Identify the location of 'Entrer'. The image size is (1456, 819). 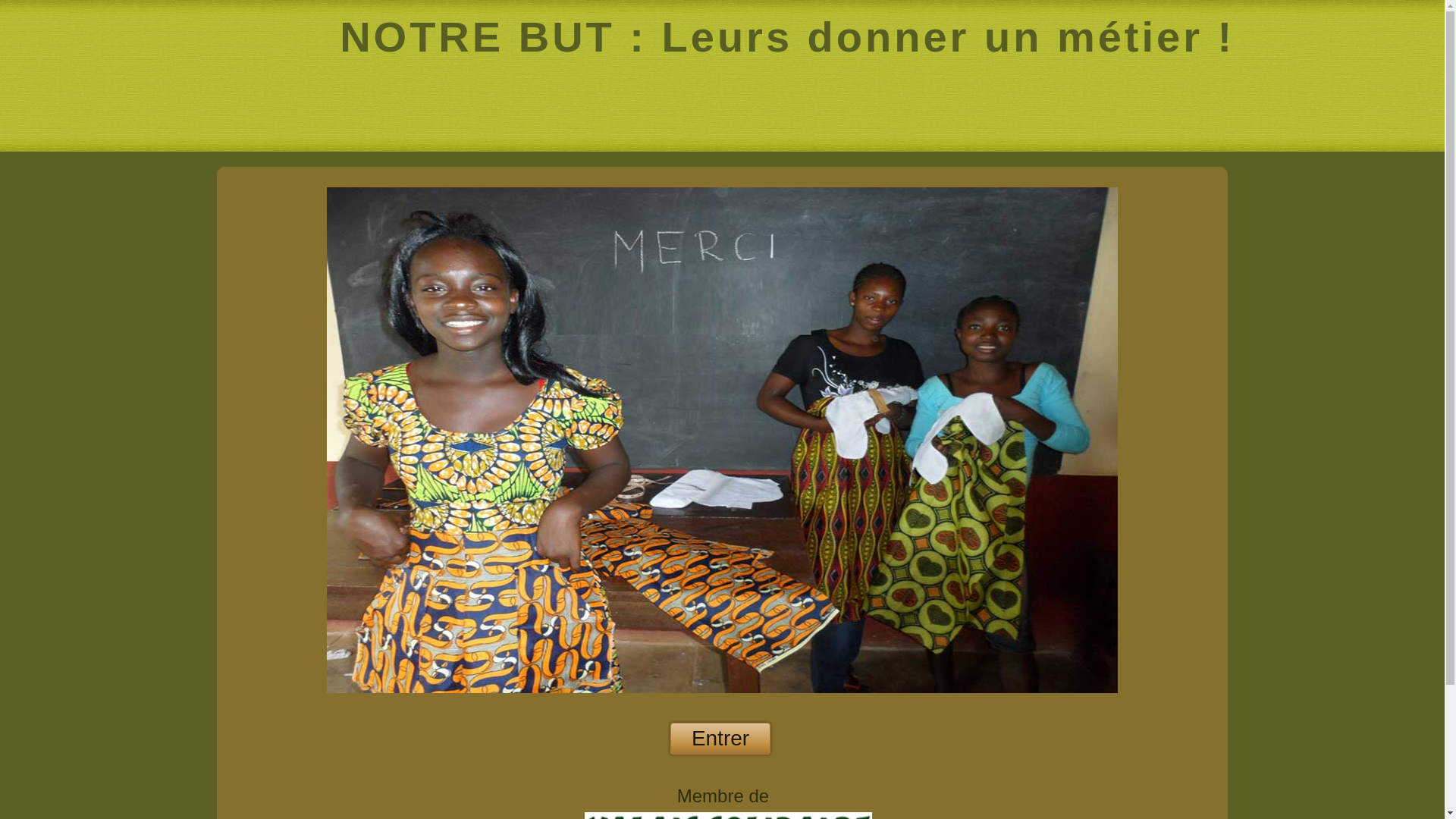
(720, 738).